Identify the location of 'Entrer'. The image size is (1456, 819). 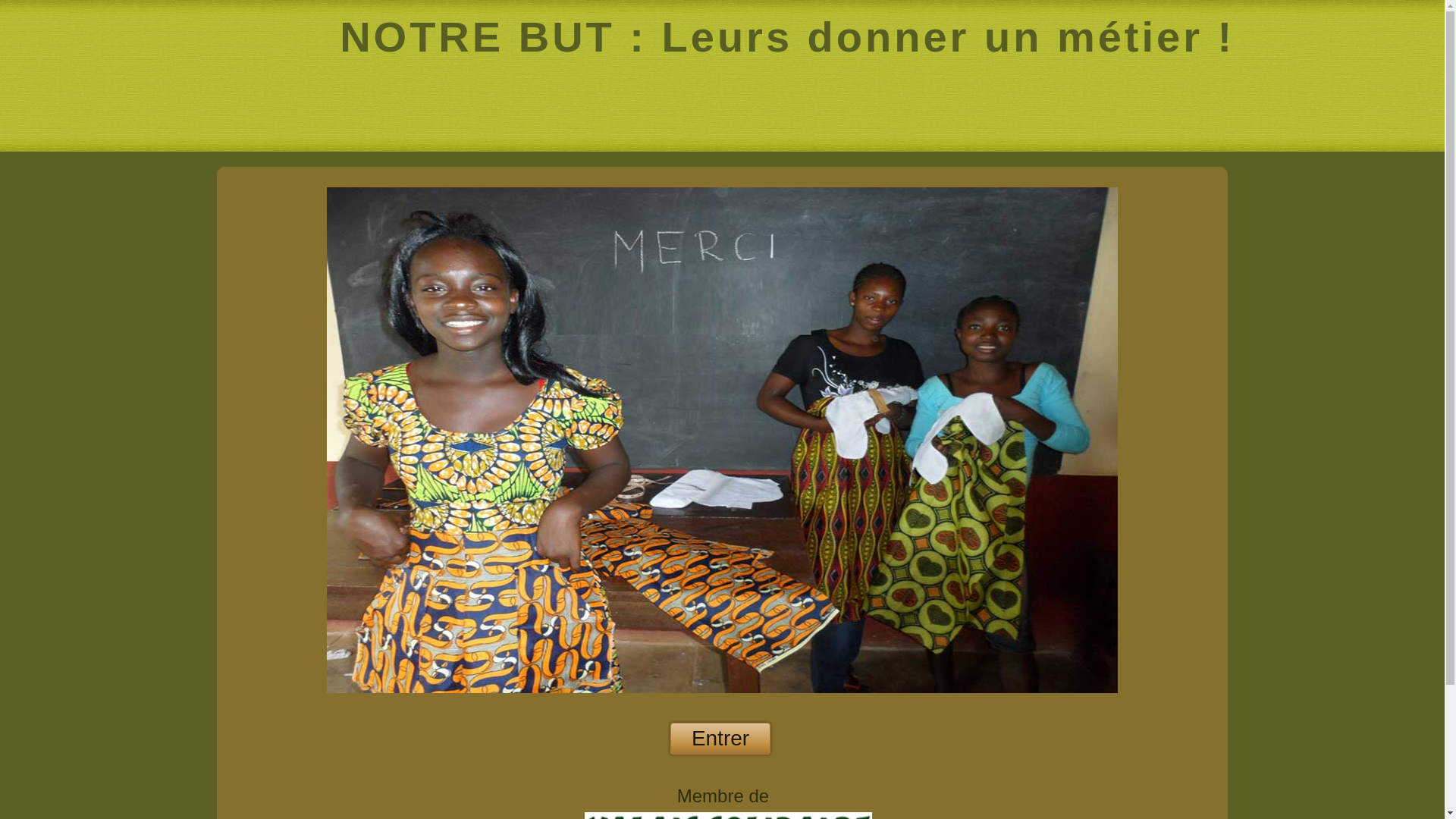
(720, 738).